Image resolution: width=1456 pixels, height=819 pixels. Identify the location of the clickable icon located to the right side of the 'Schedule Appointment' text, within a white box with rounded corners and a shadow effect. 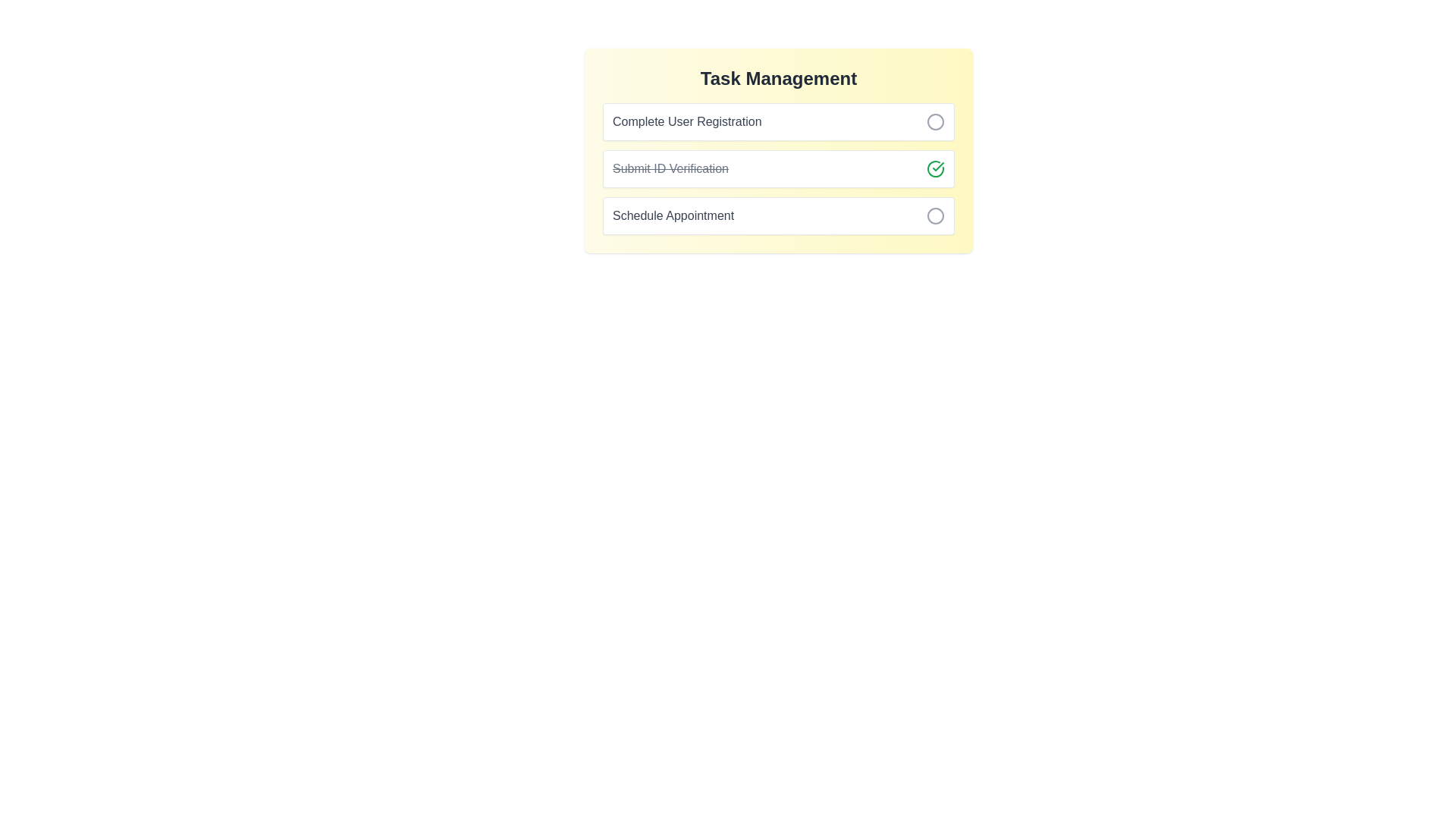
(934, 216).